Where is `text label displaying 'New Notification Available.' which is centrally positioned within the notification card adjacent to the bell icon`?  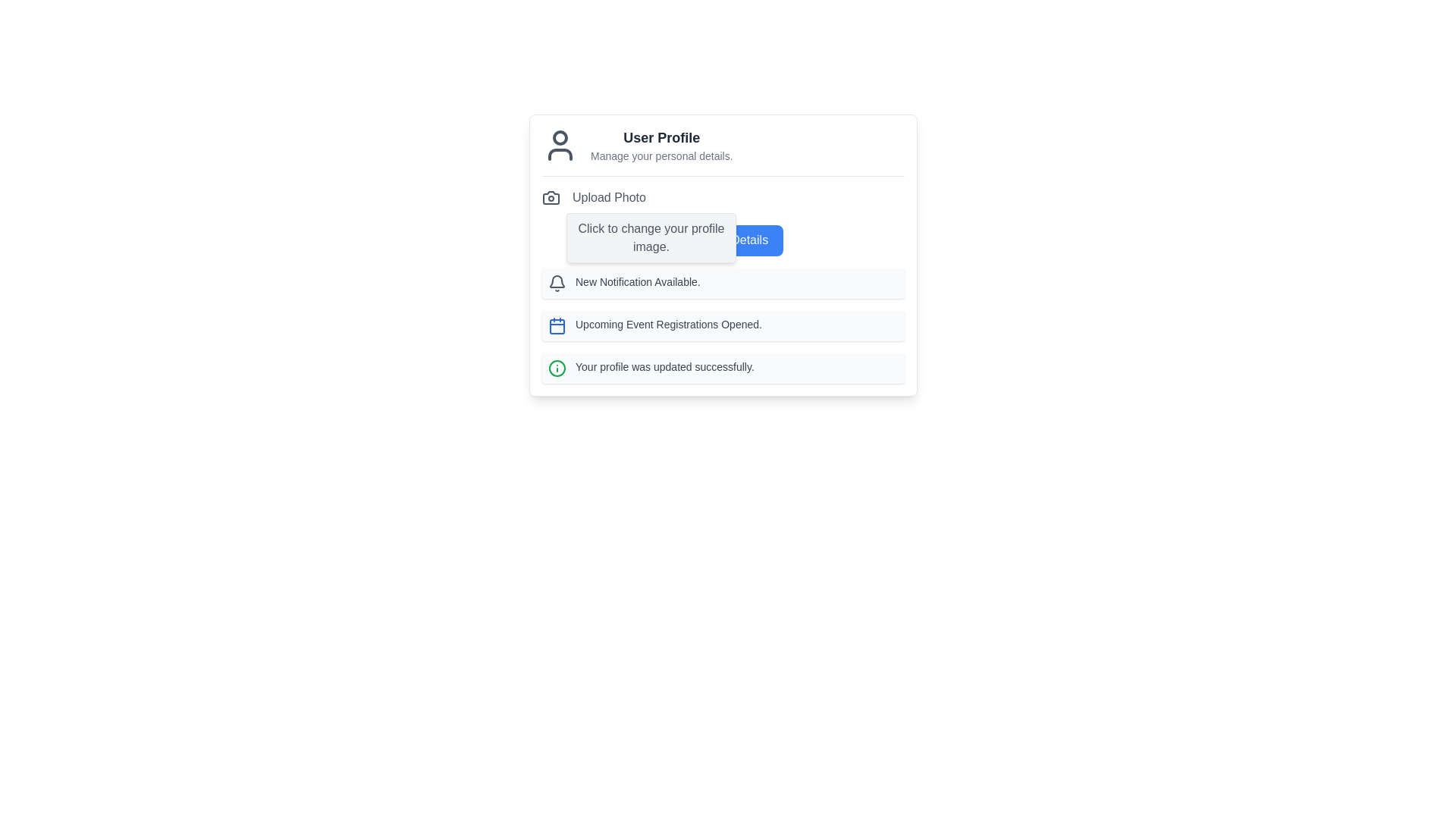
text label displaying 'New Notification Available.' which is centrally positioned within the notification card adjacent to the bell icon is located at coordinates (638, 283).